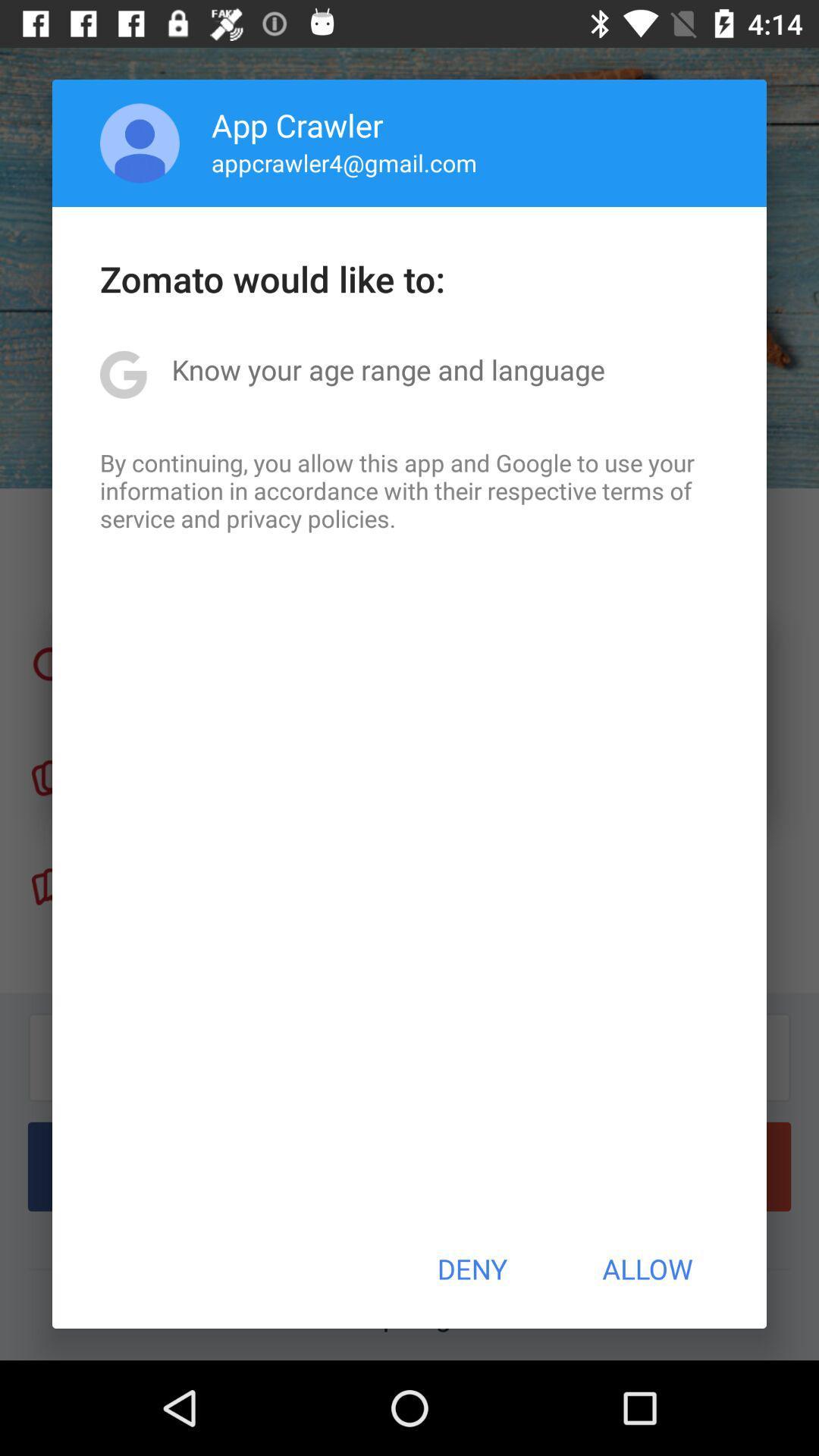  Describe the element at coordinates (344, 162) in the screenshot. I see `icon below the app crawler` at that location.